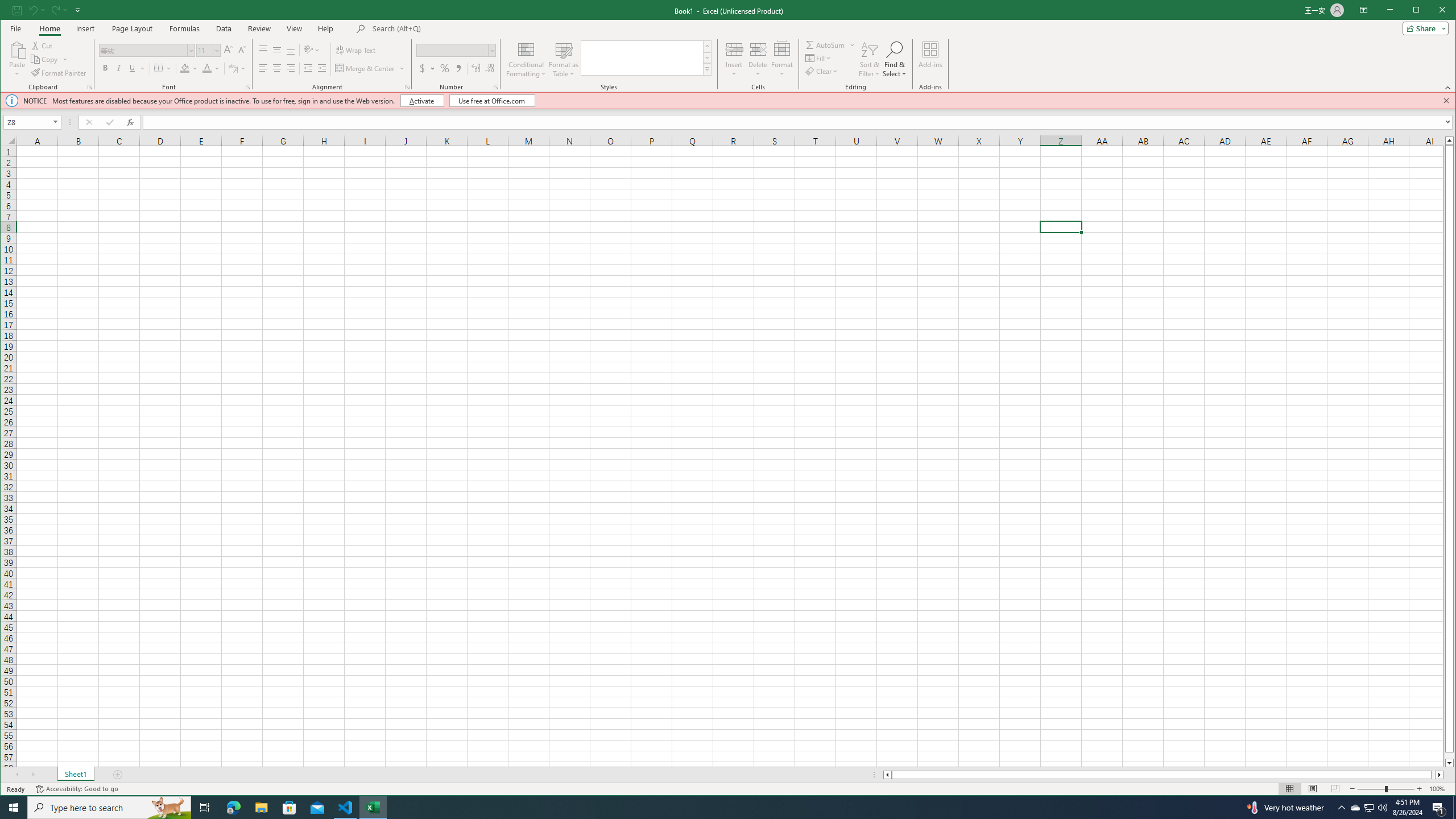 This screenshot has height=819, width=1456. I want to click on 'Underline', so click(132, 68).